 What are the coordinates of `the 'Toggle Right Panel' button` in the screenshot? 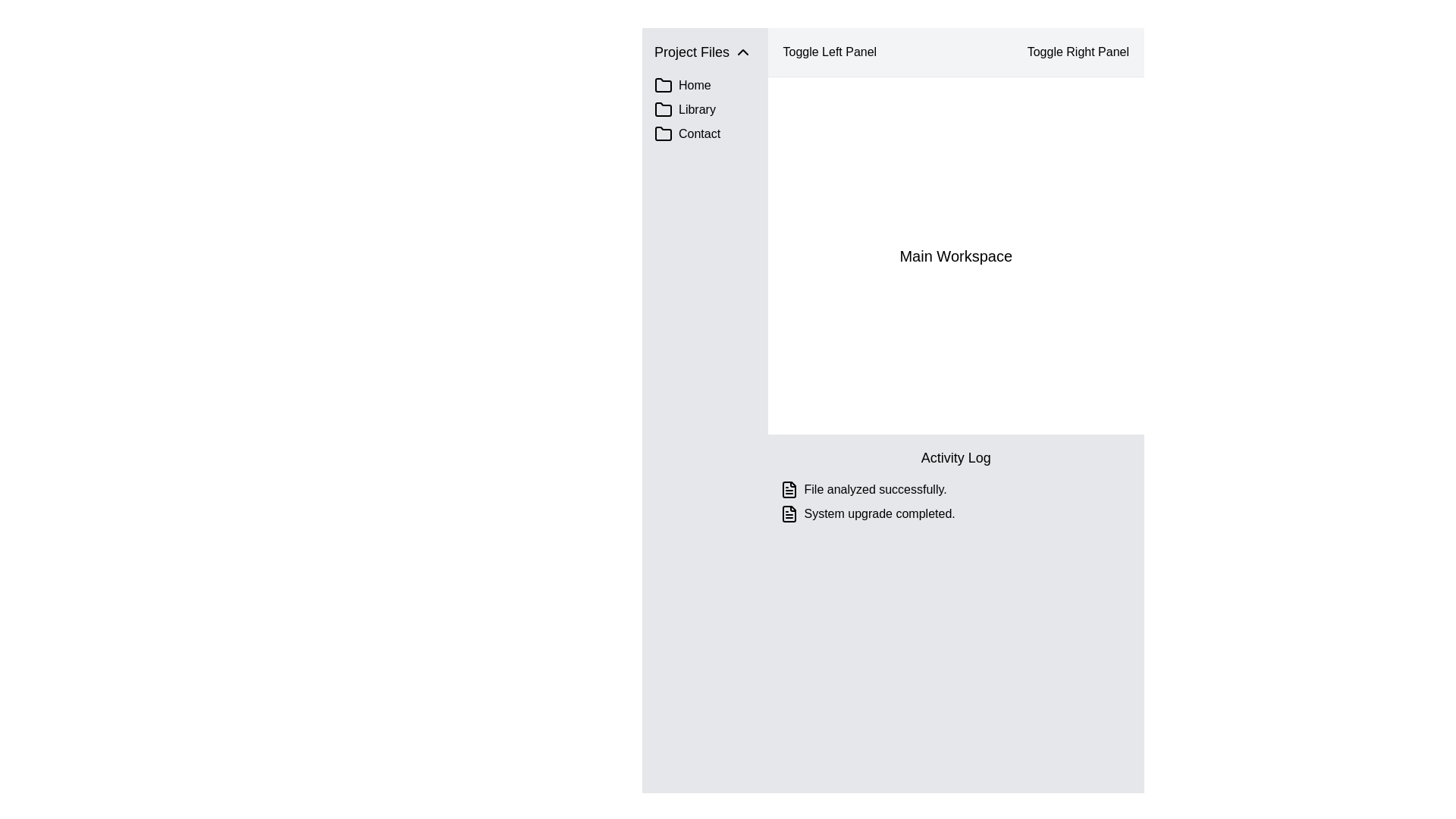 It's located at (1077, 52).